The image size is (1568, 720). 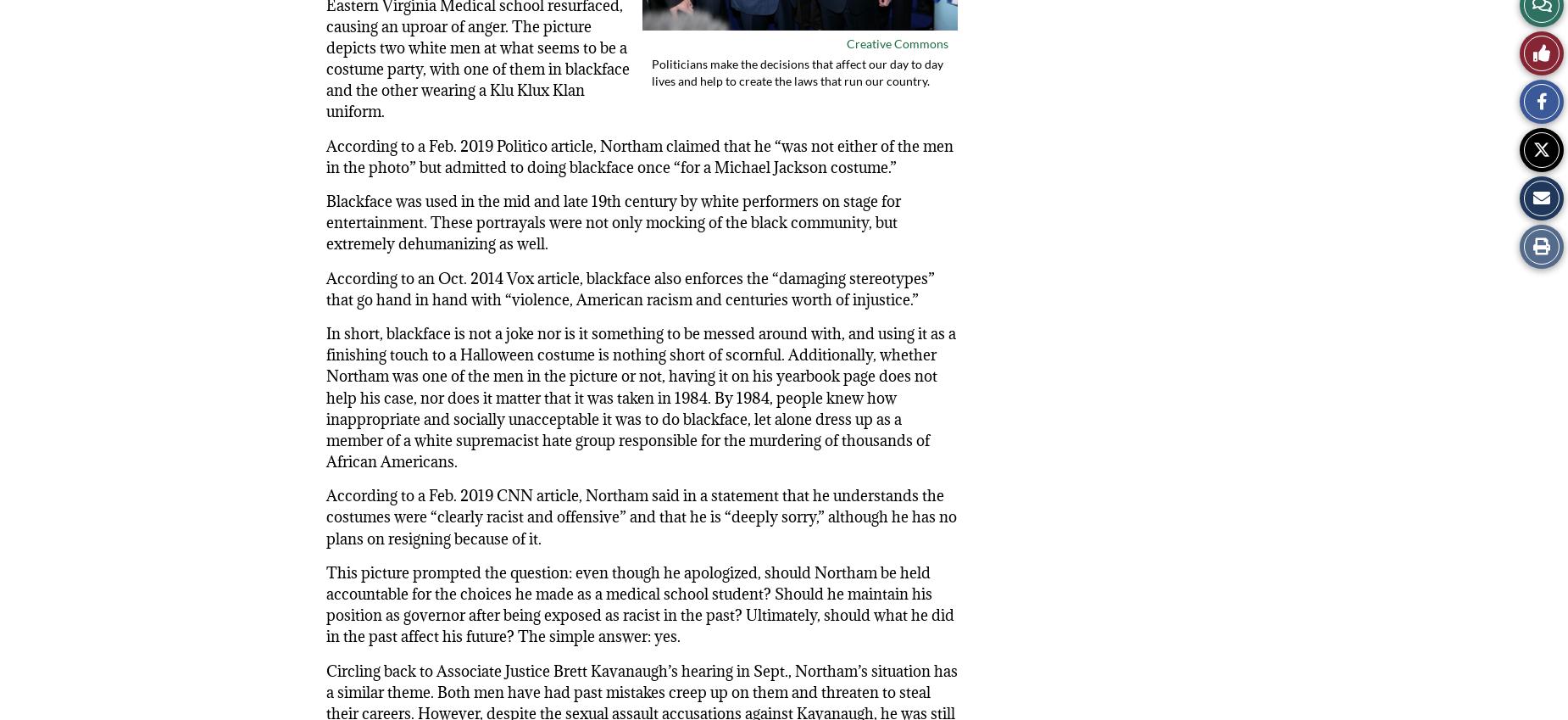 I want to click on 'Oct 26 / Varsity Girls Volleyball', so click(x=1113, y=8).